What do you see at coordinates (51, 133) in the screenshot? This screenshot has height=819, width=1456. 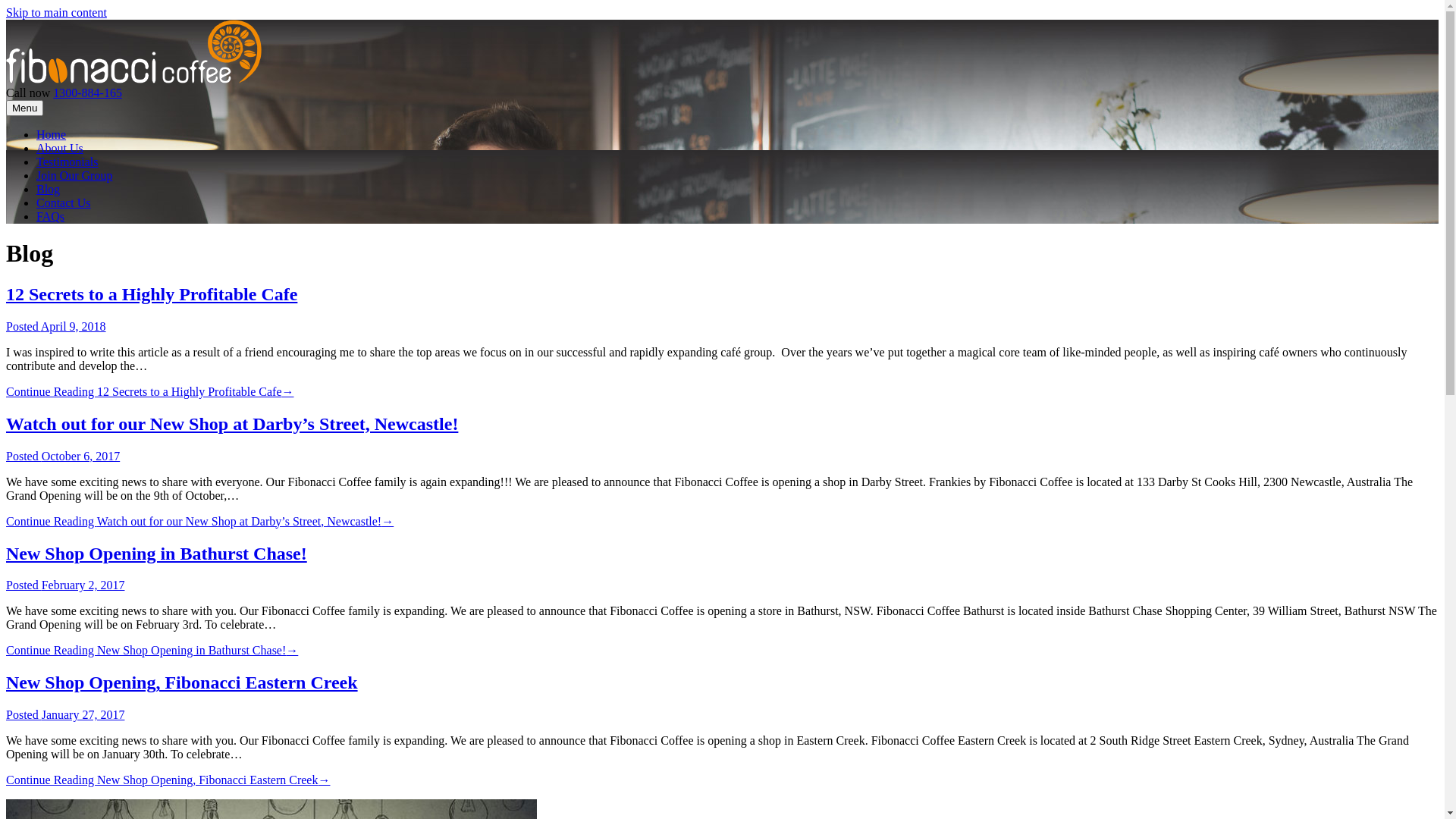 I see `'Home'` at bounding box center [51, 133].